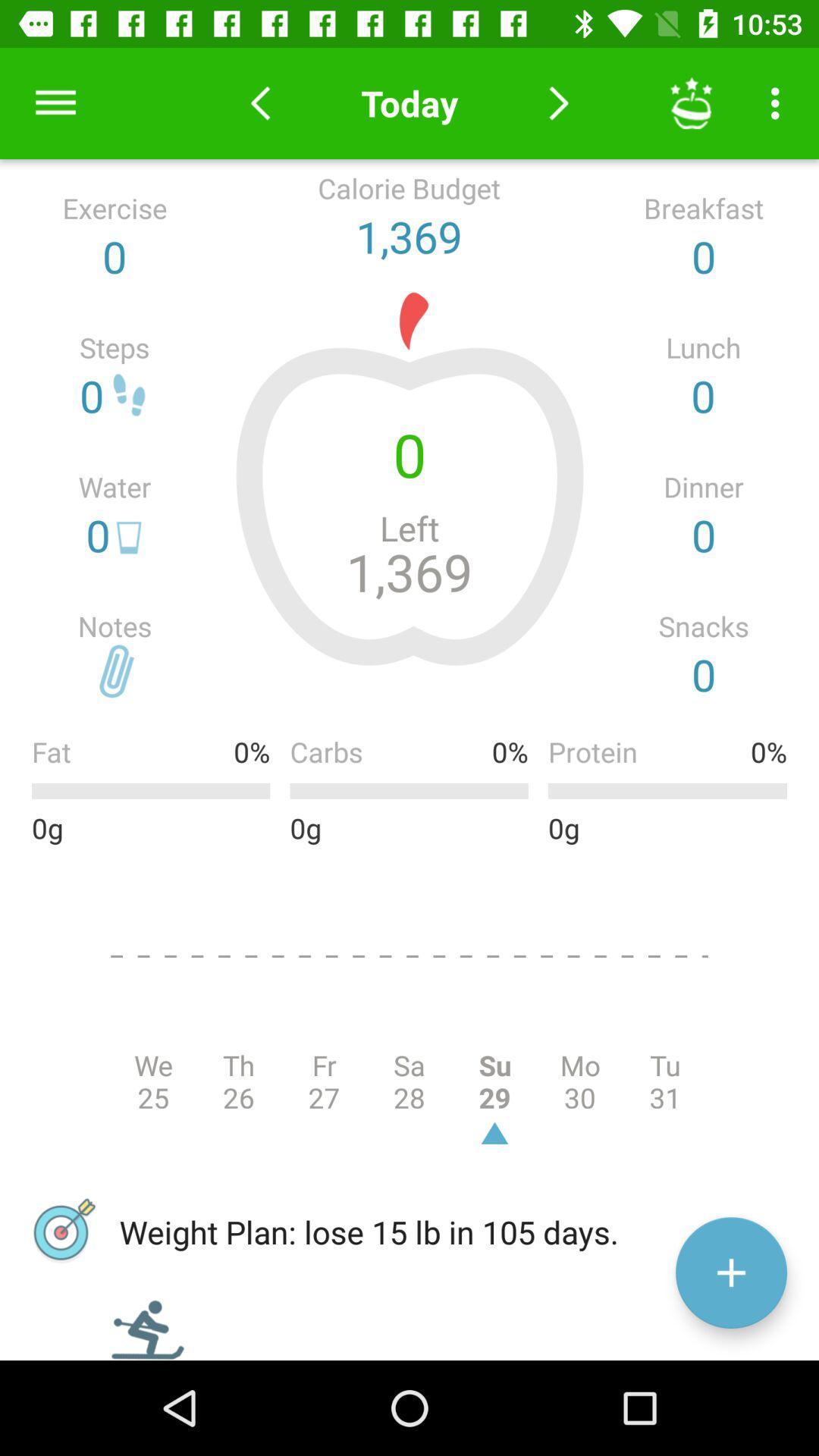  I want to click on weight loss info, so click(730, 1272).